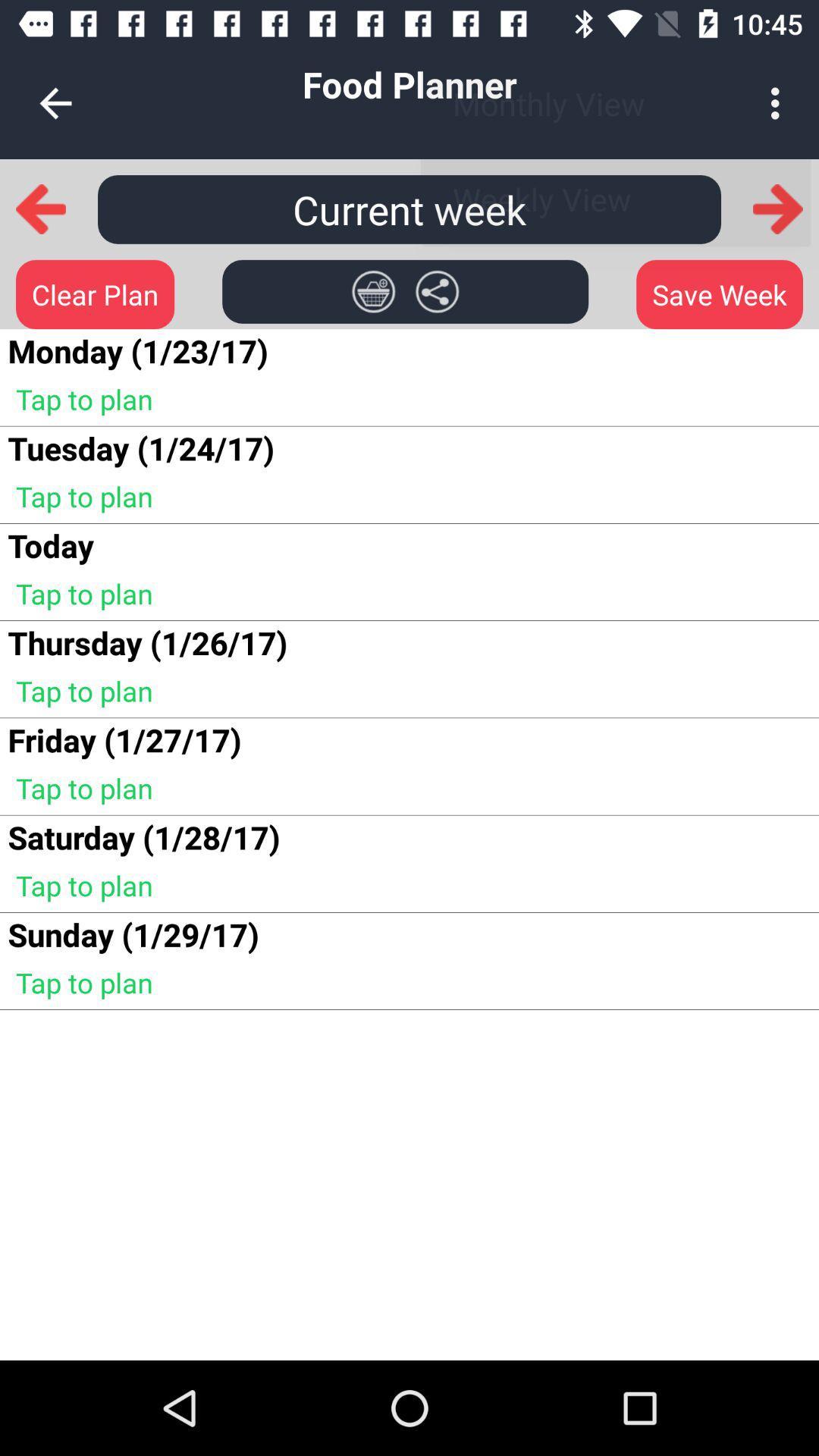 This screenshot has height=1456, width=819. I want to click on item next to current week, so click(778, 209).